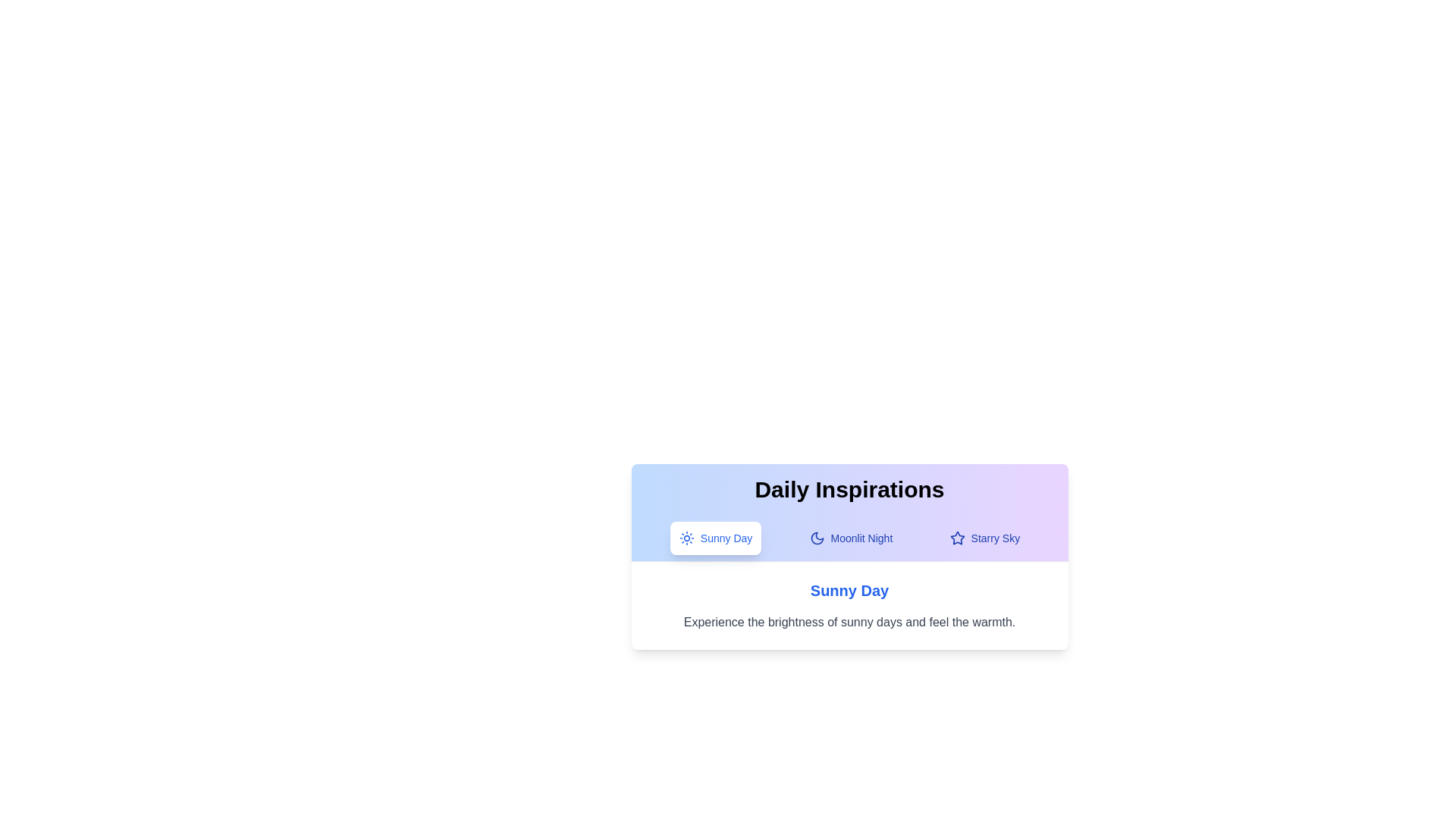 The width and height of the screenshot is (1456, 819). What do you see at coordinates (686, 537) in the screenshot?
I see `the icon corresponding to the tab Sunny Day` at bounding box center [686, 537].